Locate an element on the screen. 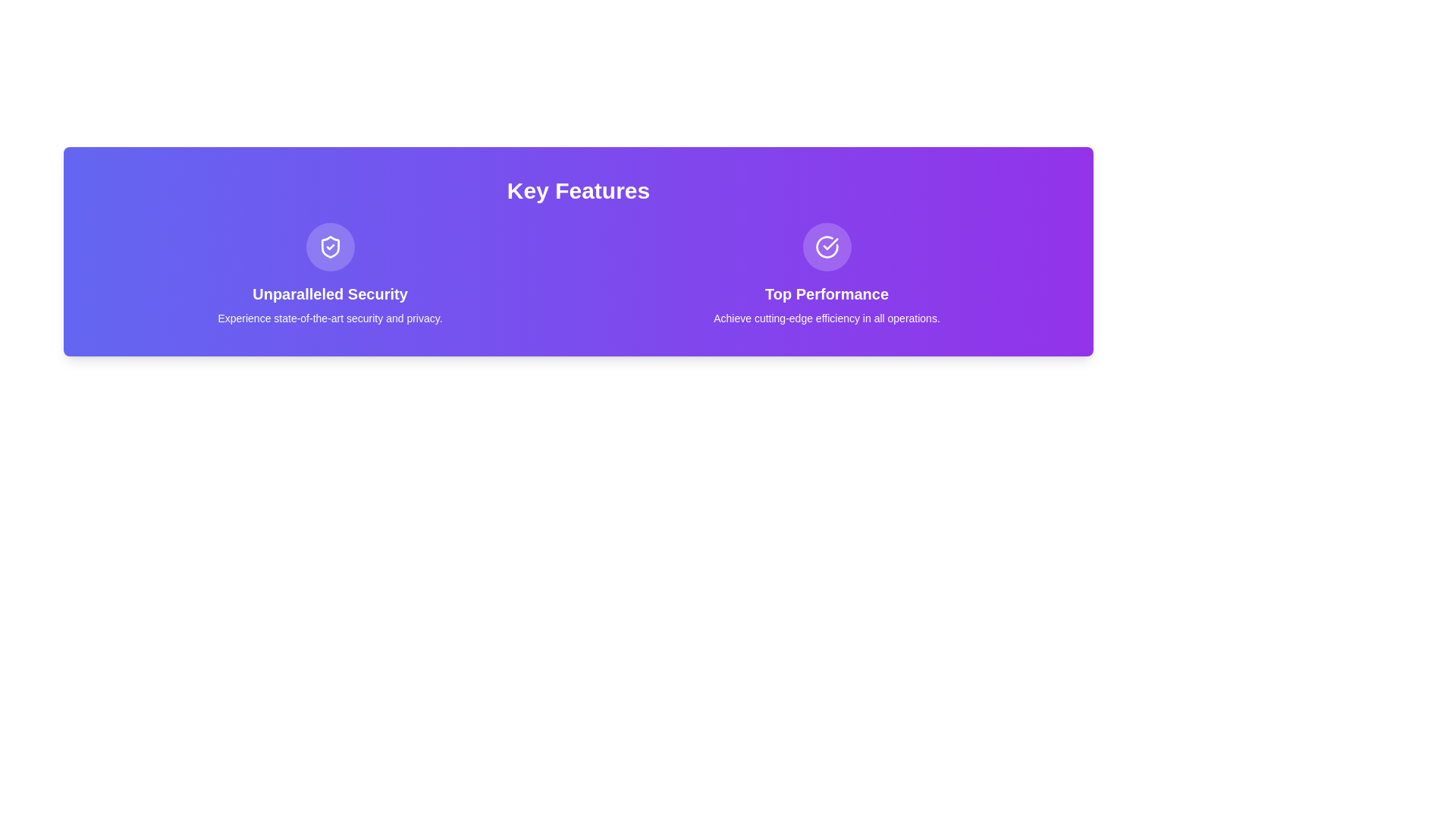 Image resolution: width=1456 pixels, height=819 pixels. the circular icon representing the 'Top Performance' feature, which is centrally located in the purple section above its title and description is located at coordinates (826, 246).